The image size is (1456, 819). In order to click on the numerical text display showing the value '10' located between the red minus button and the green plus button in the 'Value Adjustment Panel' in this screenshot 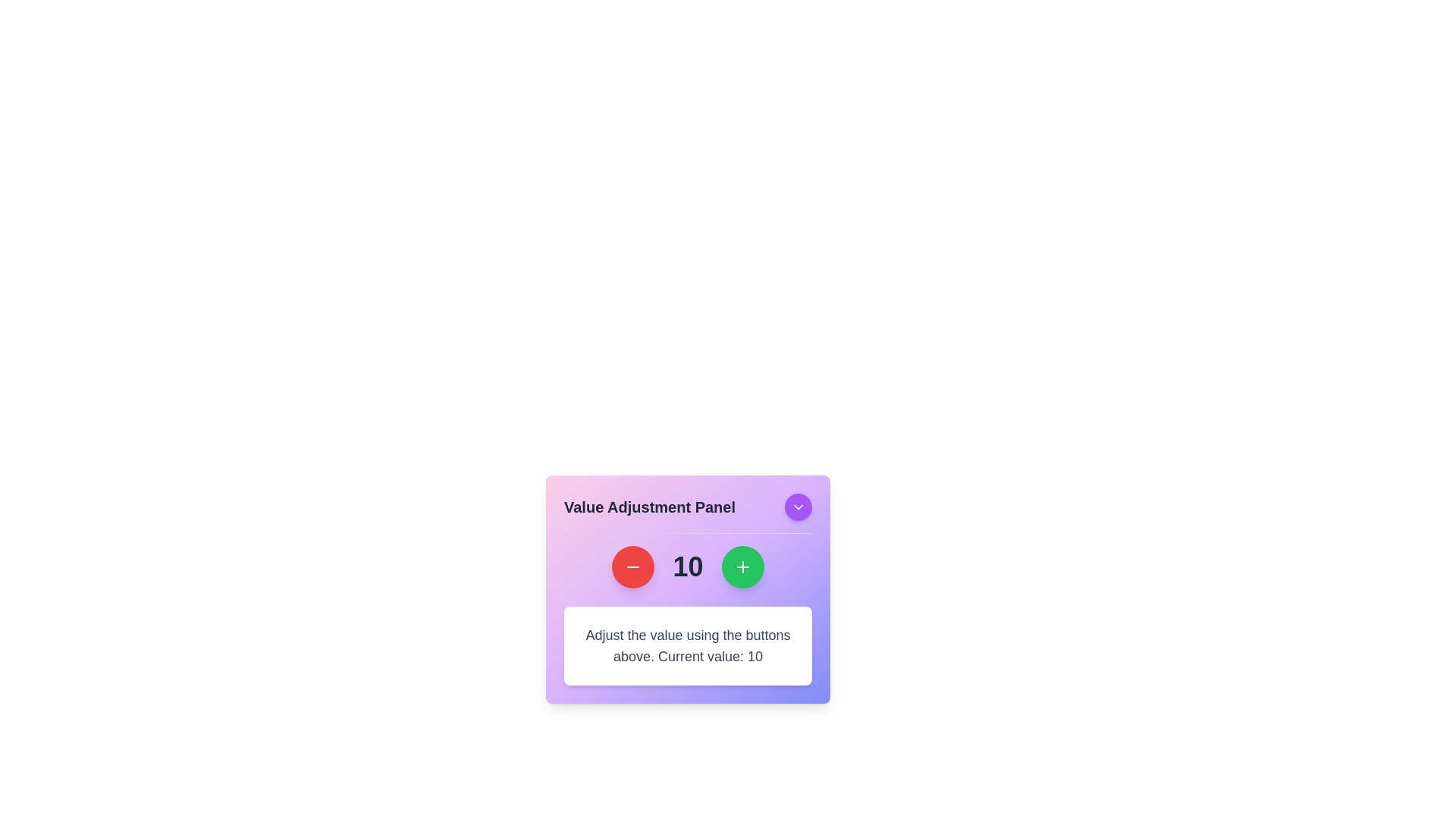, I will do `click(687, 567)`.